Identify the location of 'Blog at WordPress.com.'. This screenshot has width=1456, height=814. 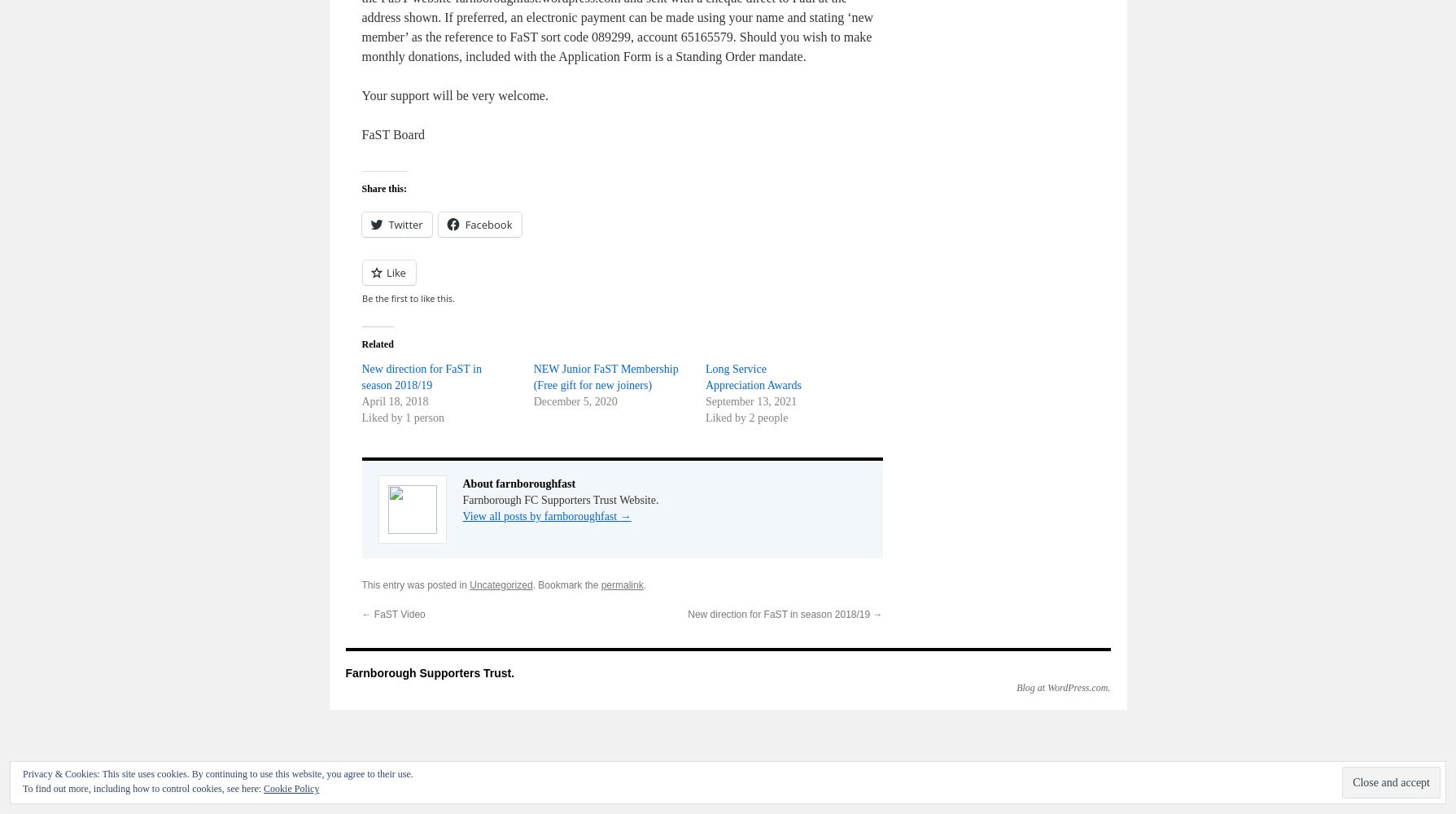
(1063, 687).